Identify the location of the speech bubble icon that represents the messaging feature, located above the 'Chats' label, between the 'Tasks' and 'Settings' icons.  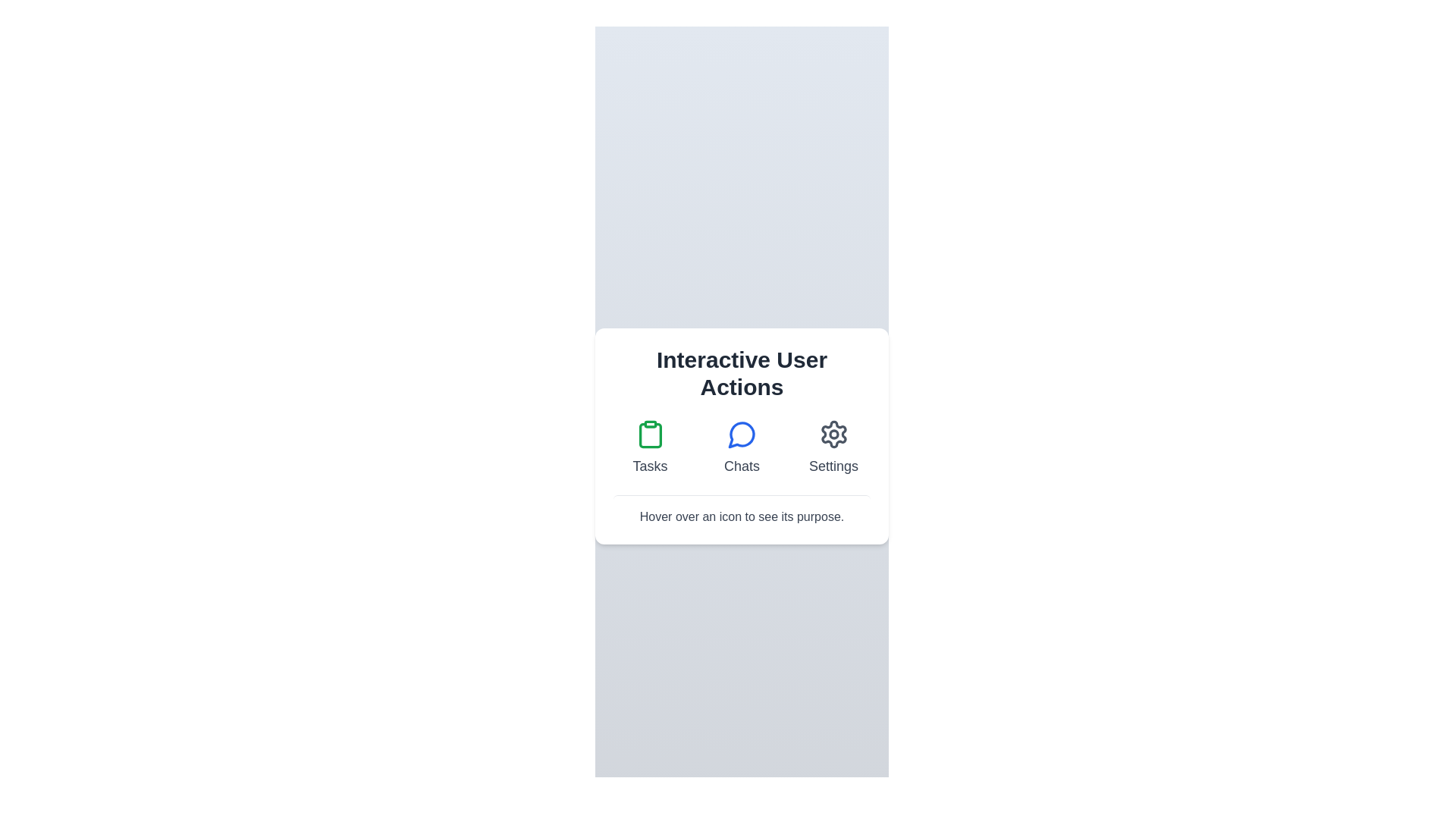
(742, 434).